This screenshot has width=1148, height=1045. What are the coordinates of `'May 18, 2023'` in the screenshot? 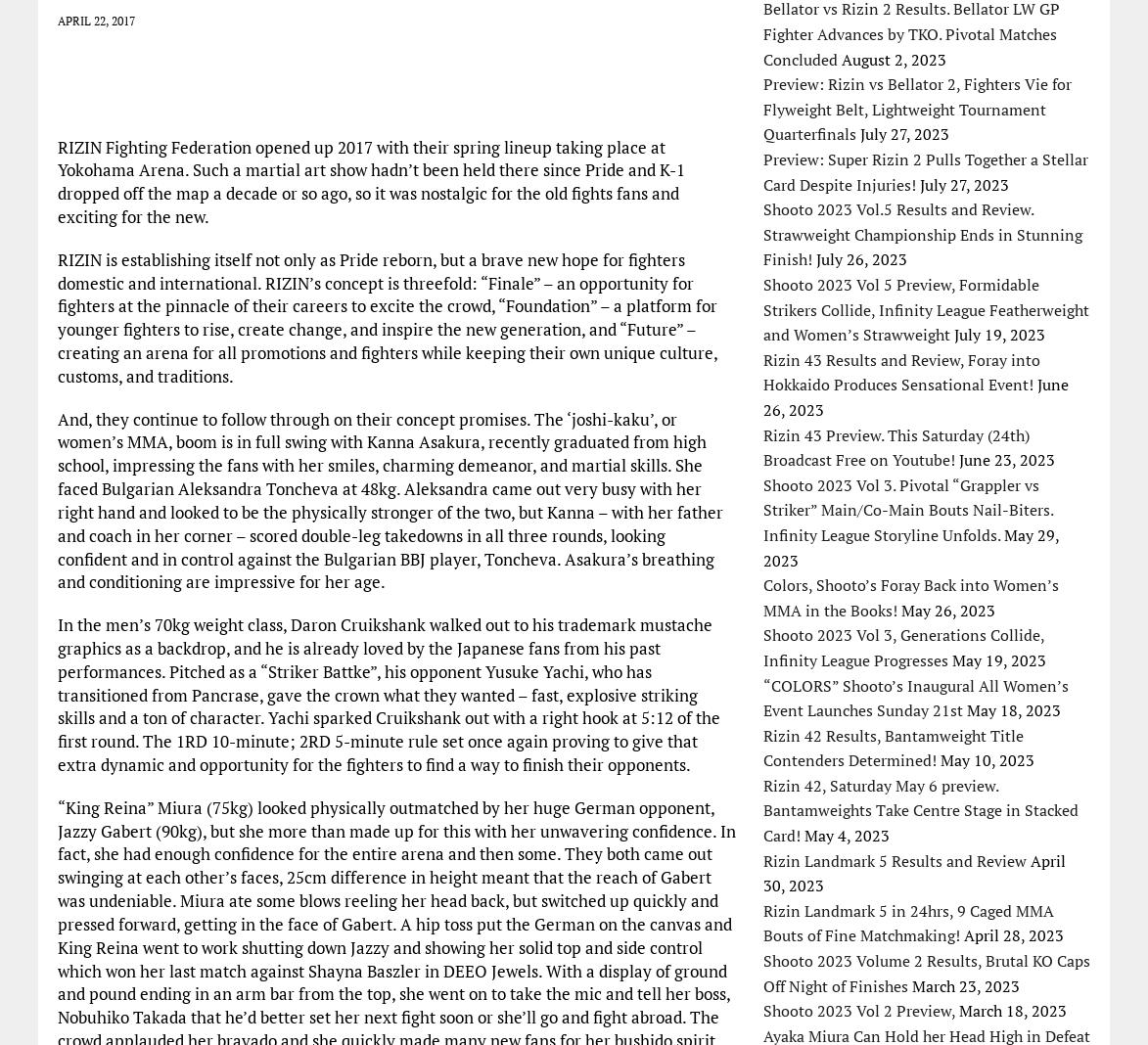 It's located at (966, 710).